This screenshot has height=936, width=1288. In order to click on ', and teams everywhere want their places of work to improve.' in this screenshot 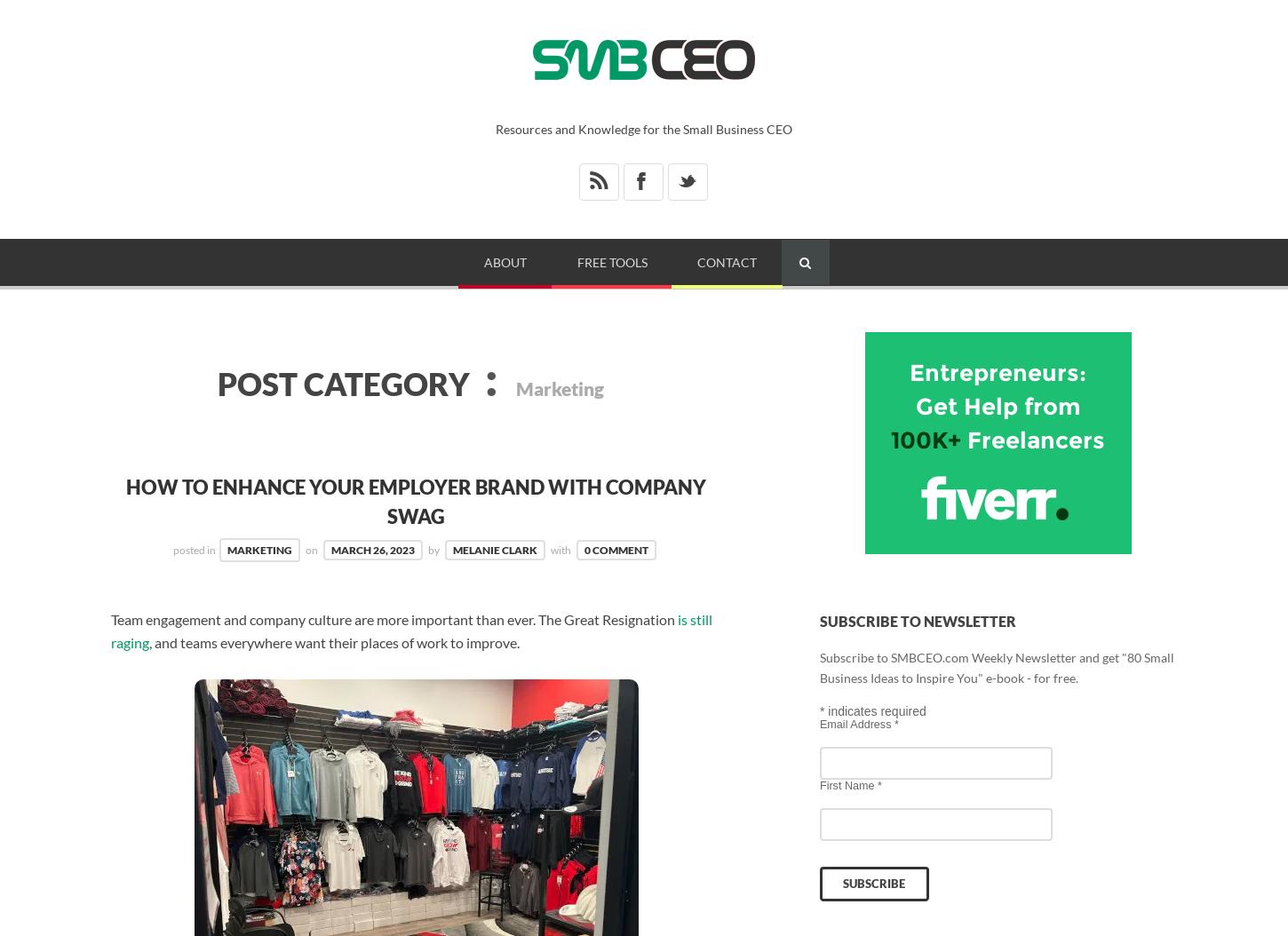, I will do `click(333, 641)`.